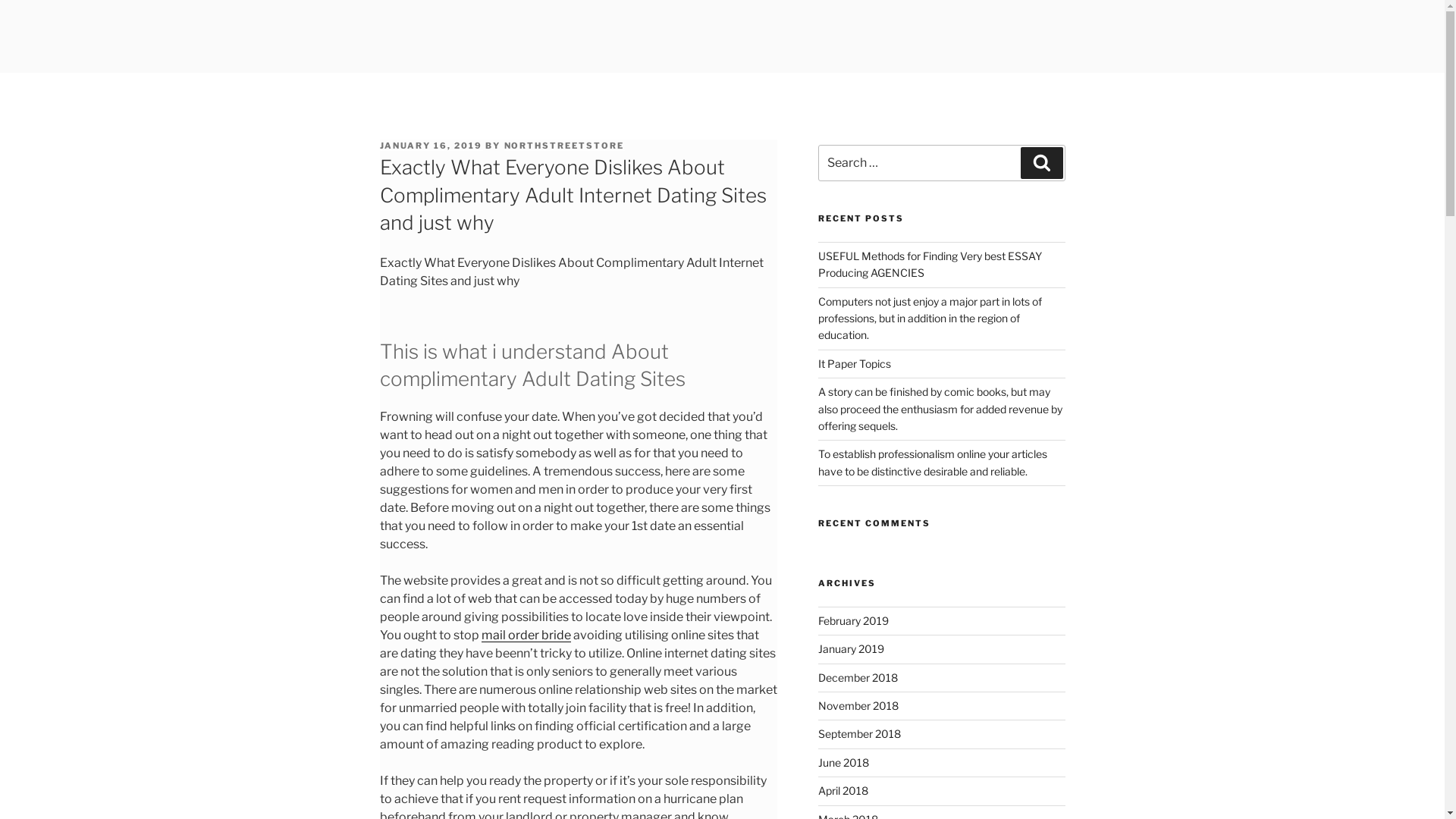  I want to click on 'January 2019', so click(851, 648).